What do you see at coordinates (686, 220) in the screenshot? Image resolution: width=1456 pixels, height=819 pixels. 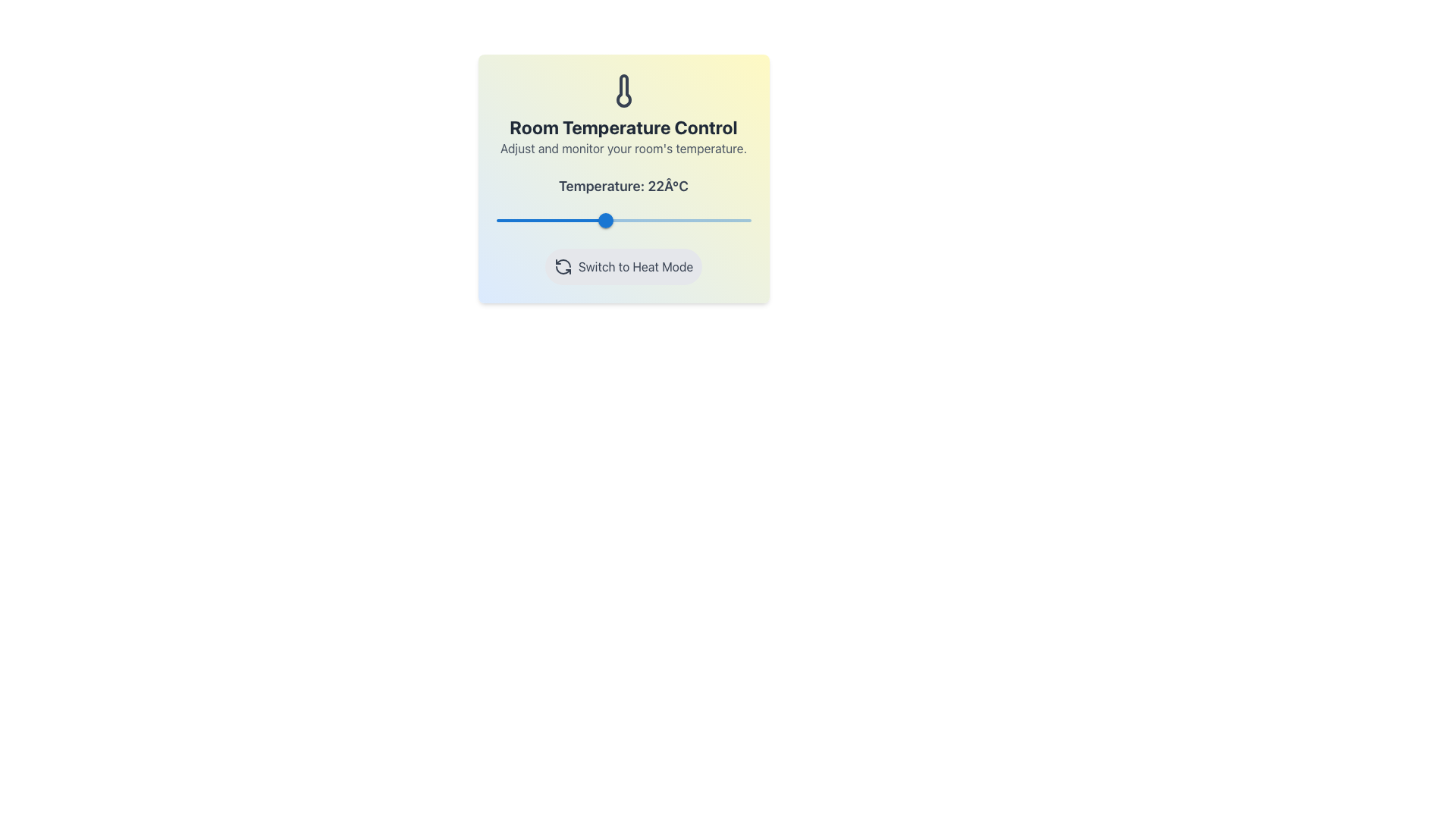 I see `the temperature` at bounding box center [686, 220].